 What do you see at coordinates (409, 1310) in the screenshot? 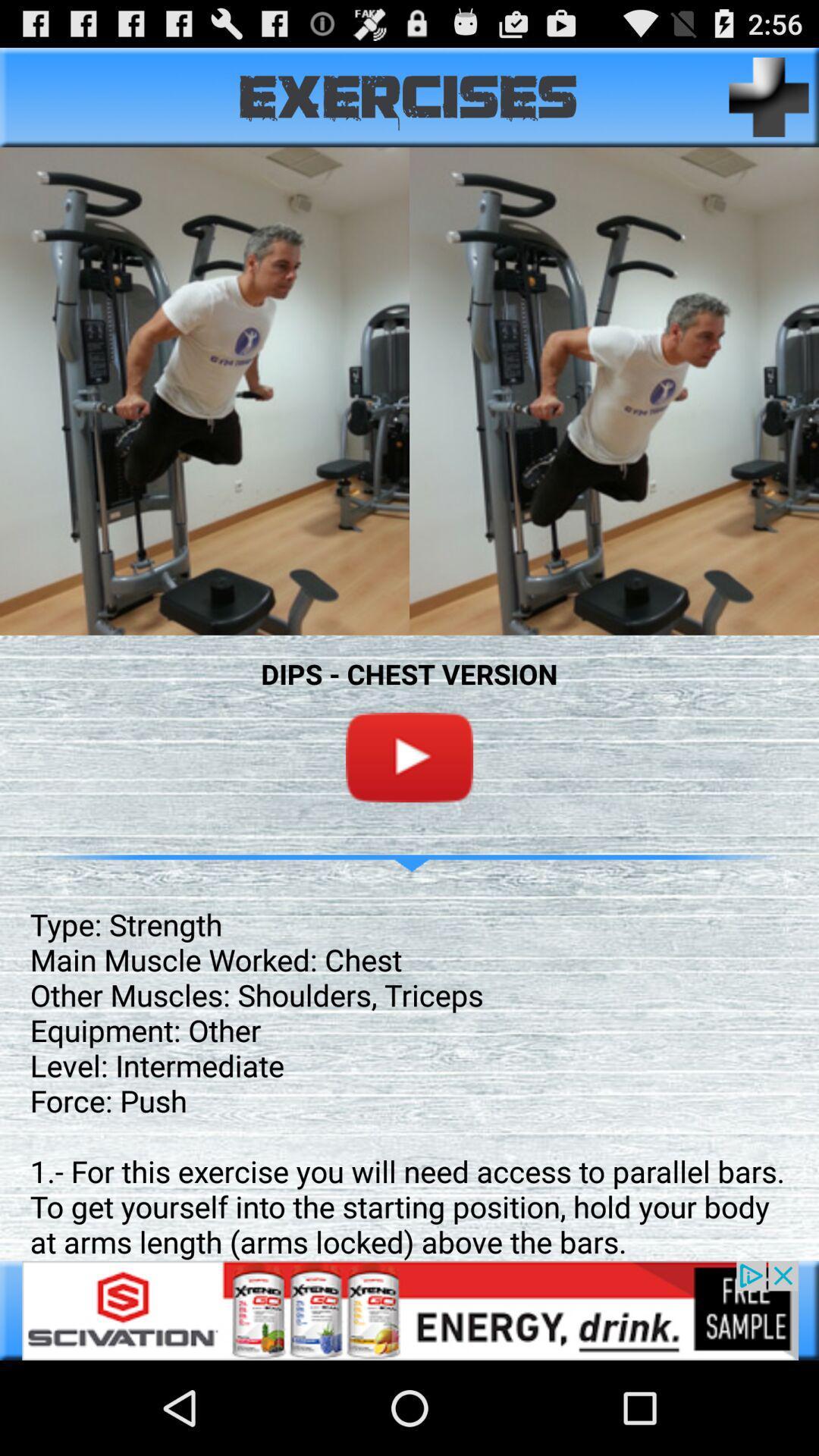
I see `open advertisement` at bounding box center [409, 1310].